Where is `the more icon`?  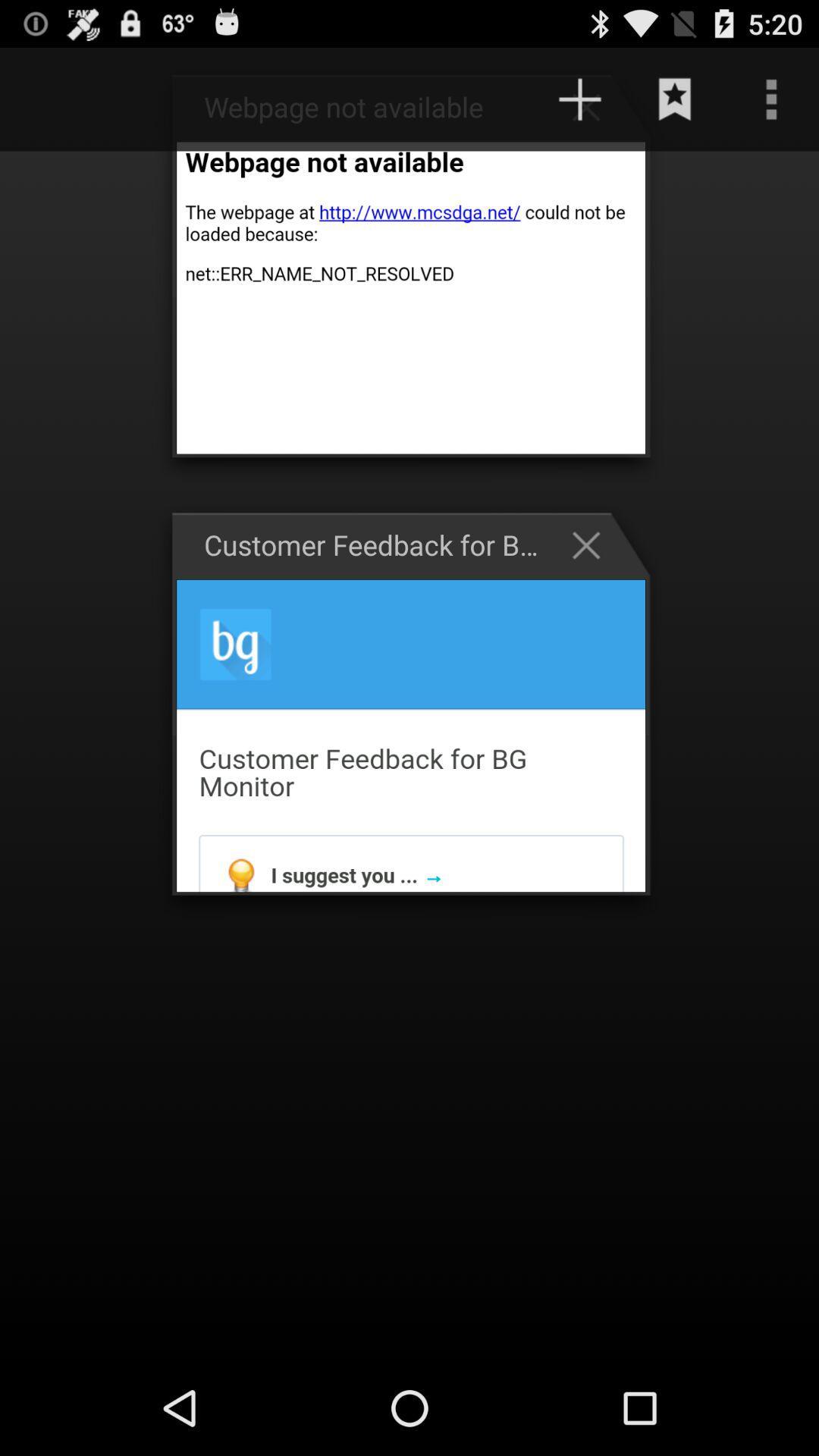
the more icon is located at coordinates (771, 105).